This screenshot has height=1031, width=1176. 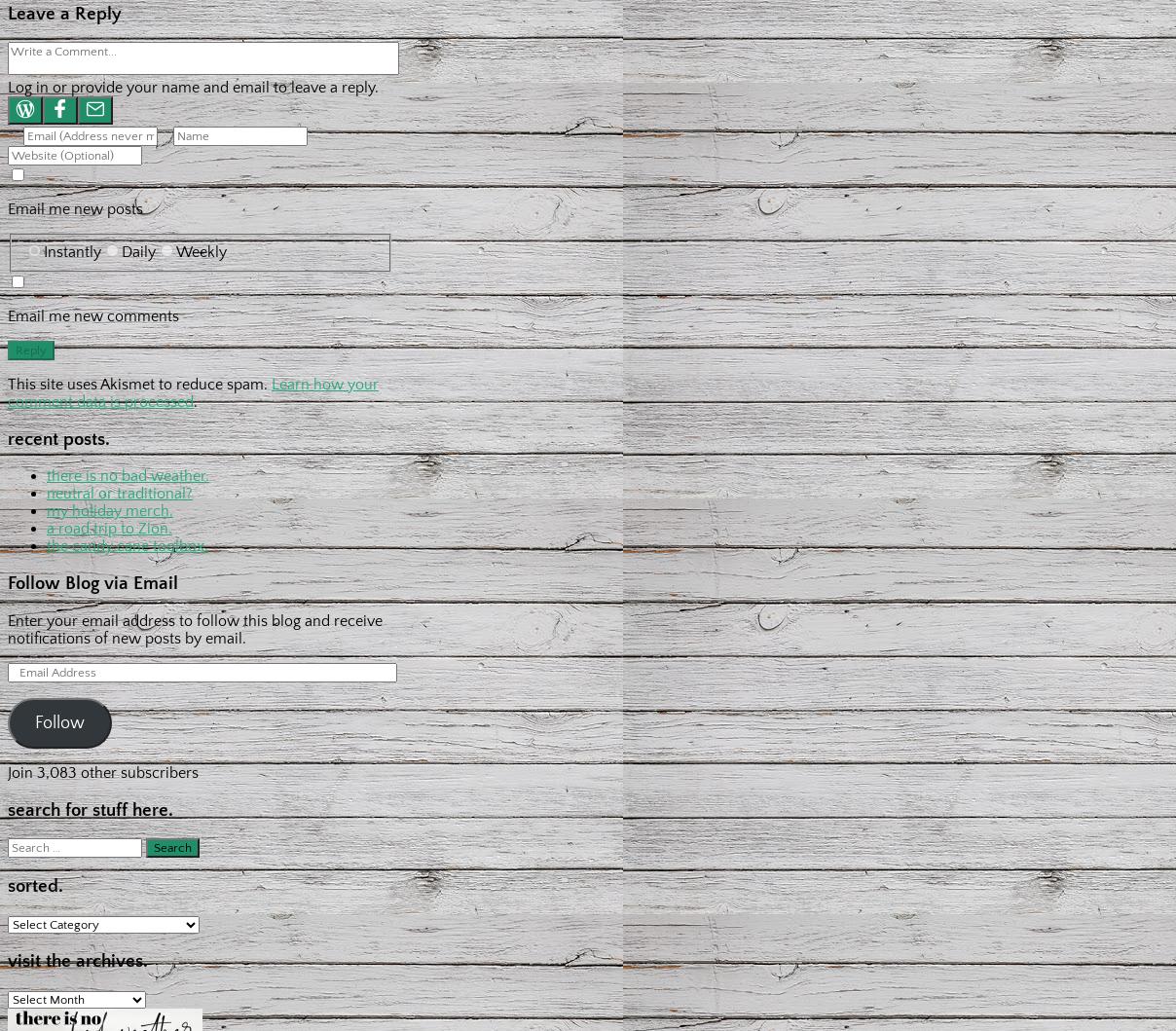 What do you see at coordinates (193, 390) in the screenshot?
I see `'Learn how your comment data is processed'` at bounding box center [193, 390].